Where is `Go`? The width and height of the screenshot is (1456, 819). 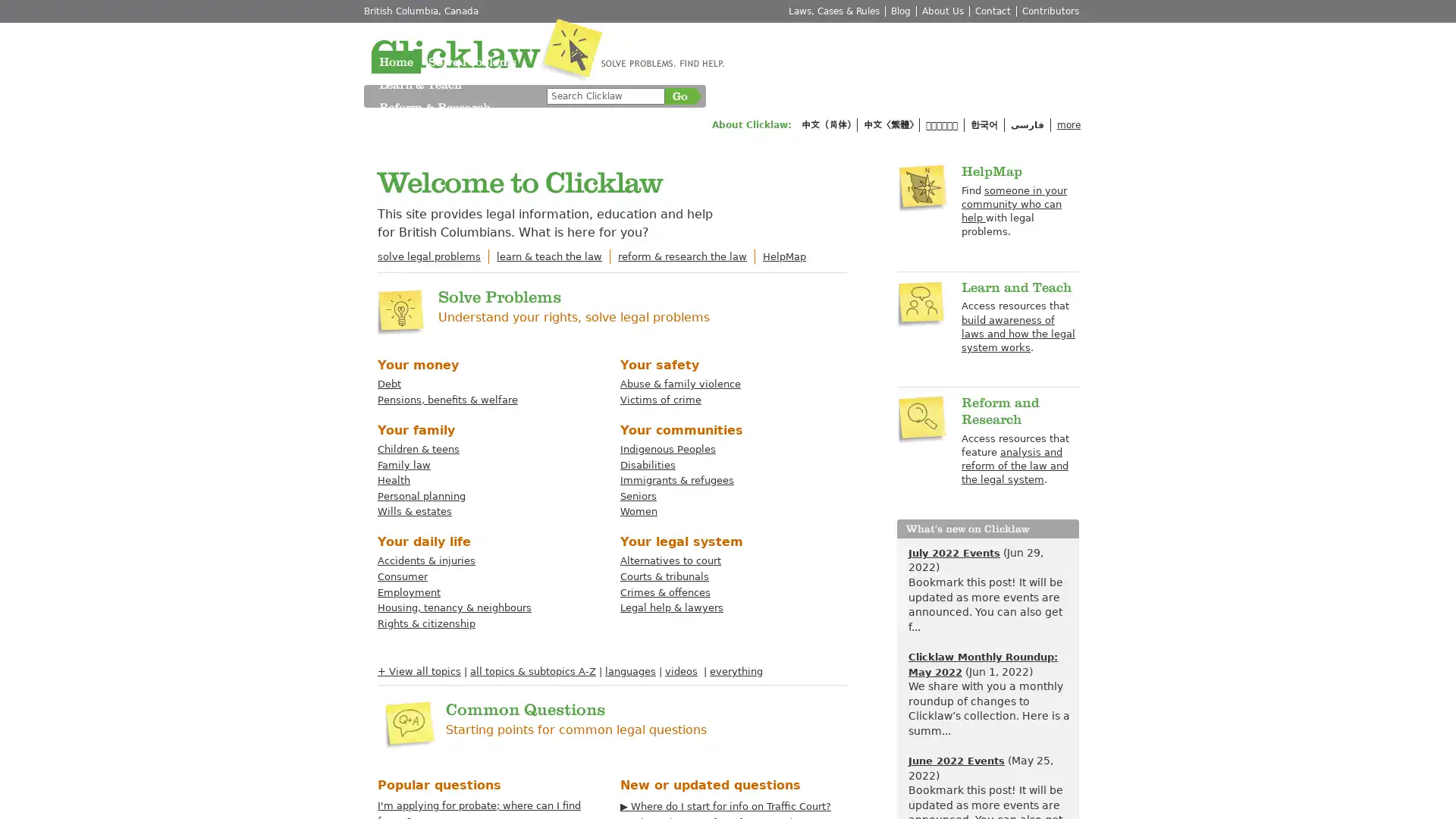
Go is located at coordinates (679, 96).